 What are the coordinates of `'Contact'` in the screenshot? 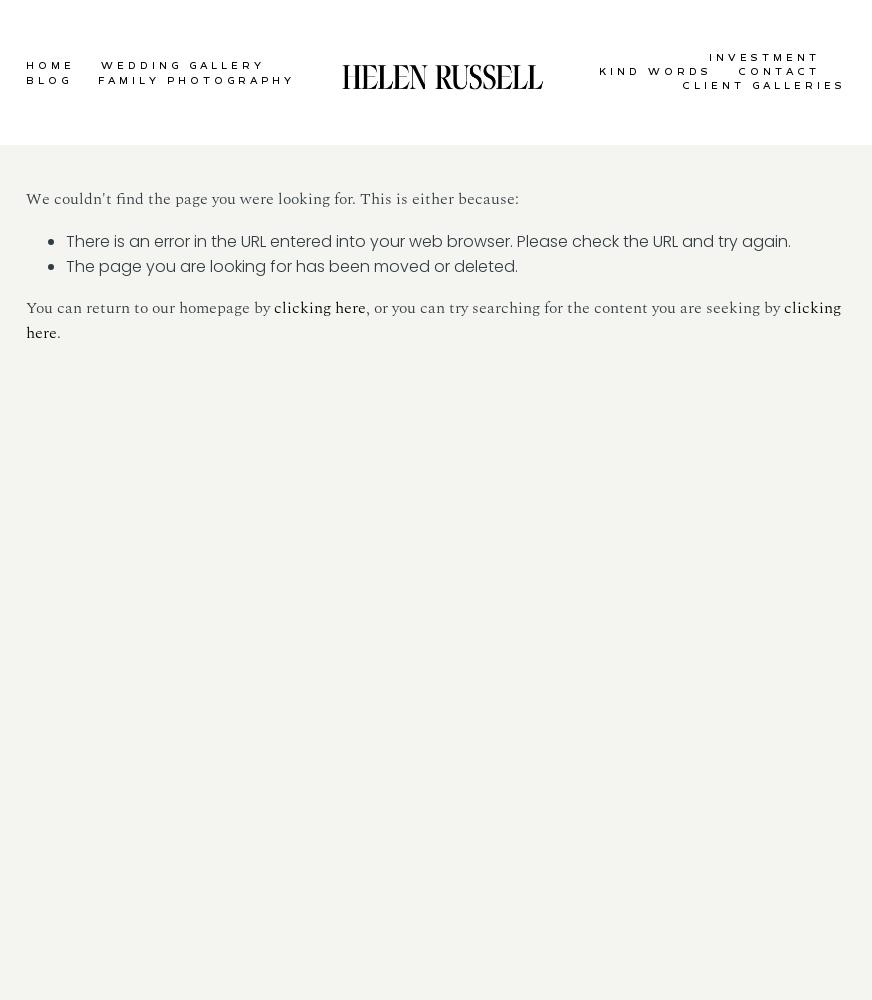 It's located at (777, 71).